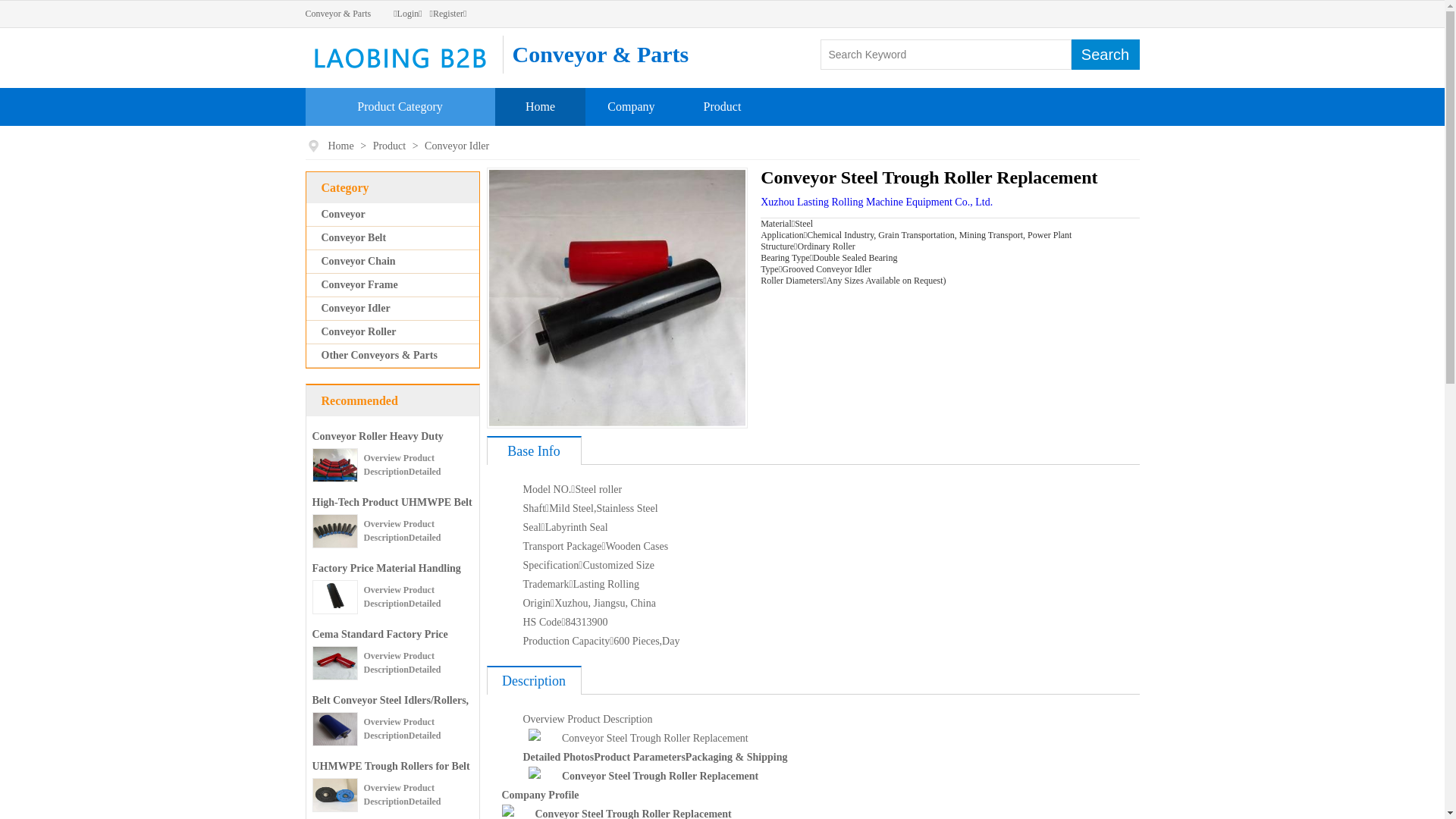 The image size is (1456, 819). I want to click on 'Product', so click(722, 105).